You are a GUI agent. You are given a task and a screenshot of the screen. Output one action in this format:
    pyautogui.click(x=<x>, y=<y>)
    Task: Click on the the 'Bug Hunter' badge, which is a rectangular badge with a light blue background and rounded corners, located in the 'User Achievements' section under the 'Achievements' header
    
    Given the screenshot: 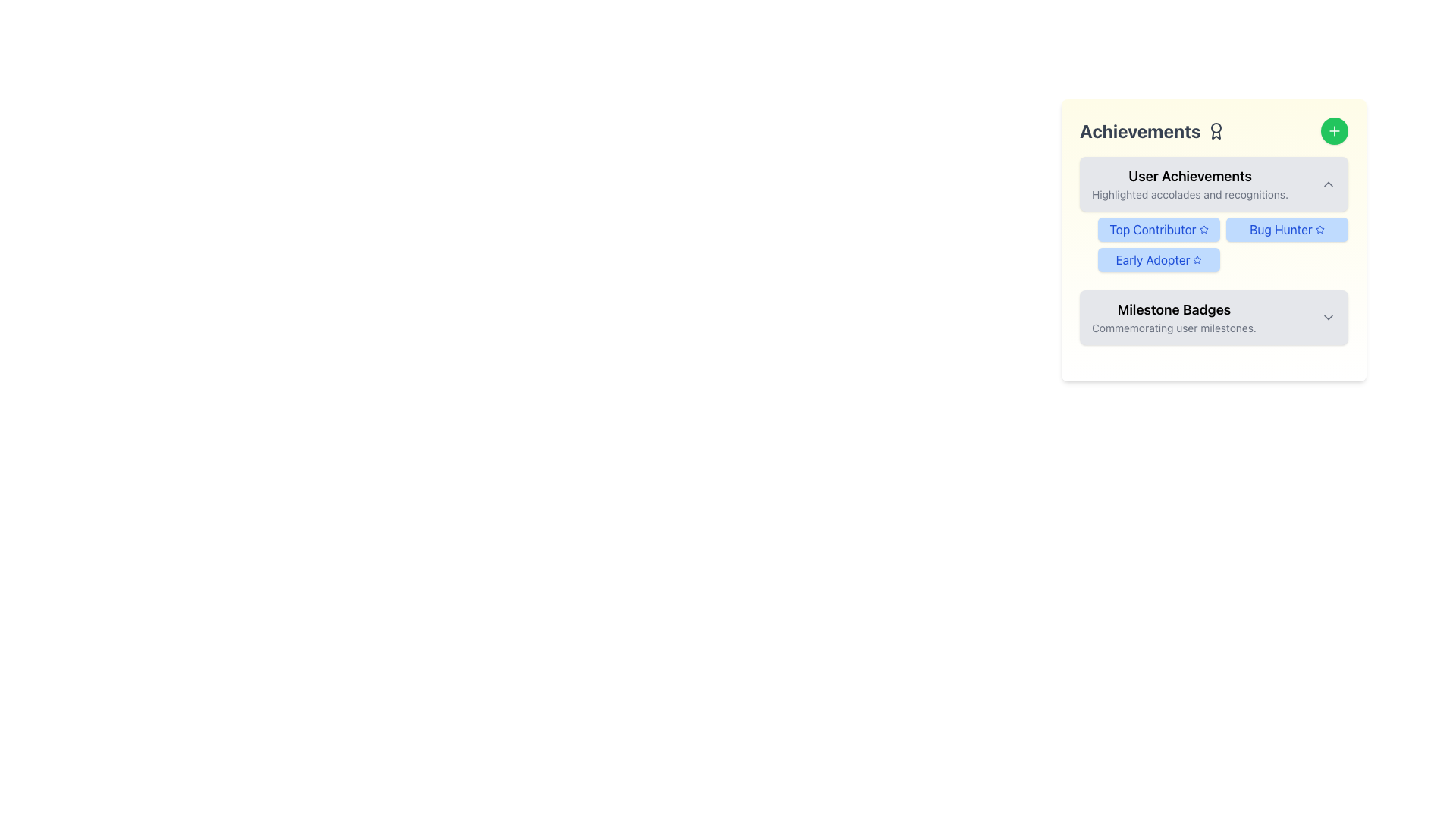 What is the action you would take?
    pyautogui.click(x=1286, y=230)
    